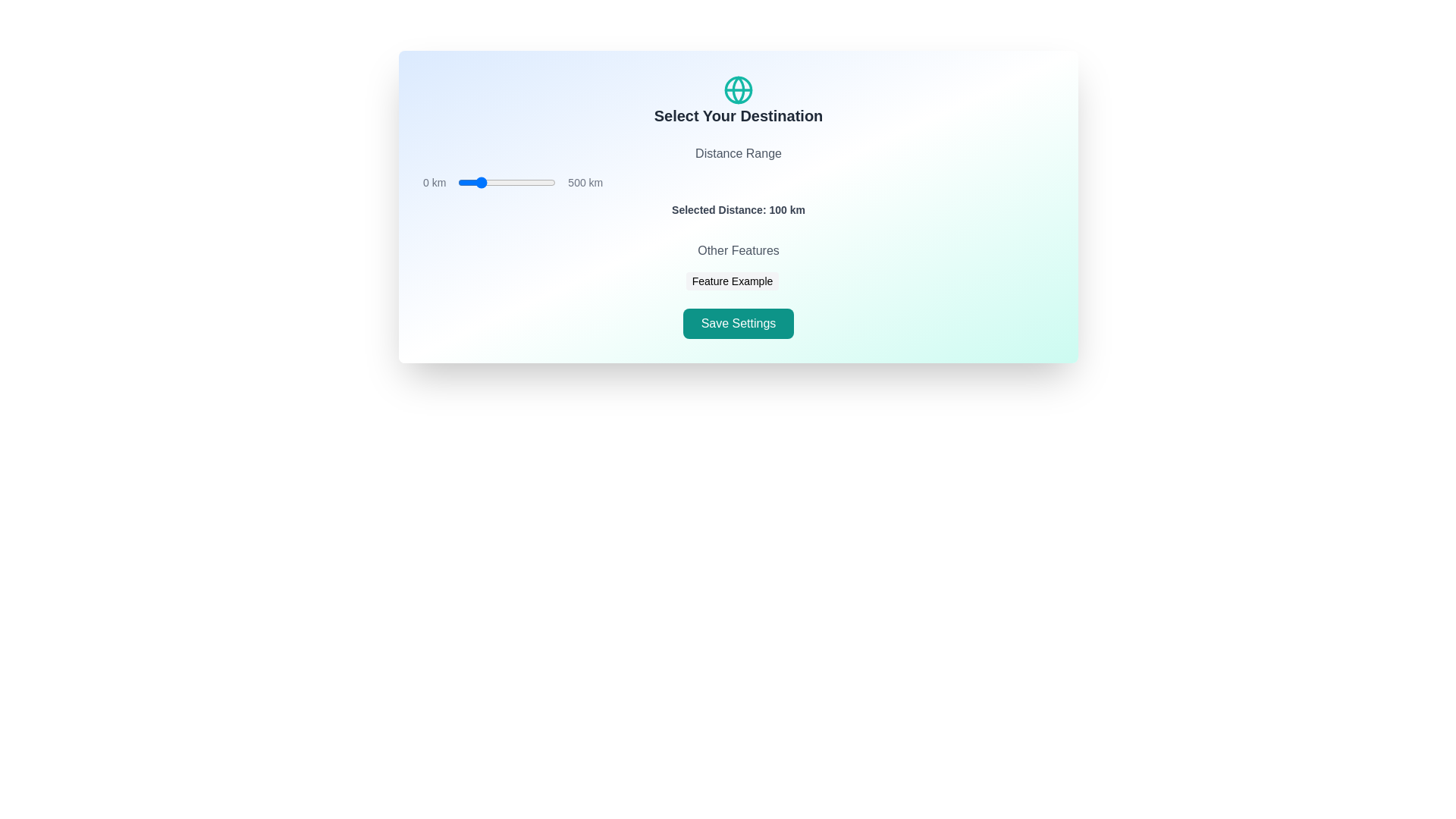 The width and height of the screenshot is (1456, 819). Describe the element at coordinates (522, 181) in the screenshot. I see `the distance range slider to set the distance to 325 km` at that location.